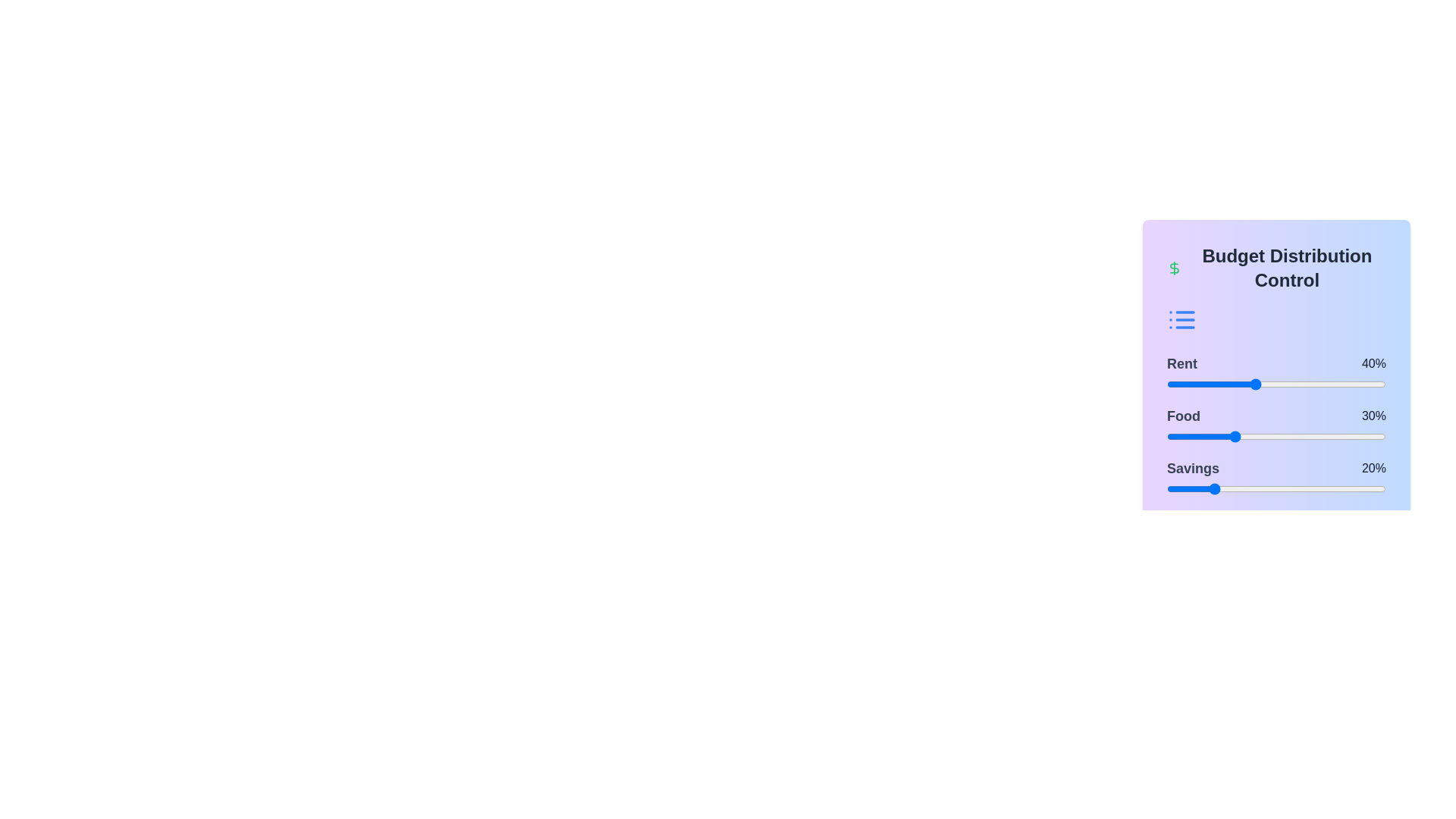  Describe the element at coordinates (1182, 416) in the screenshot. I see `the text label Food associated with a slider` at that location.